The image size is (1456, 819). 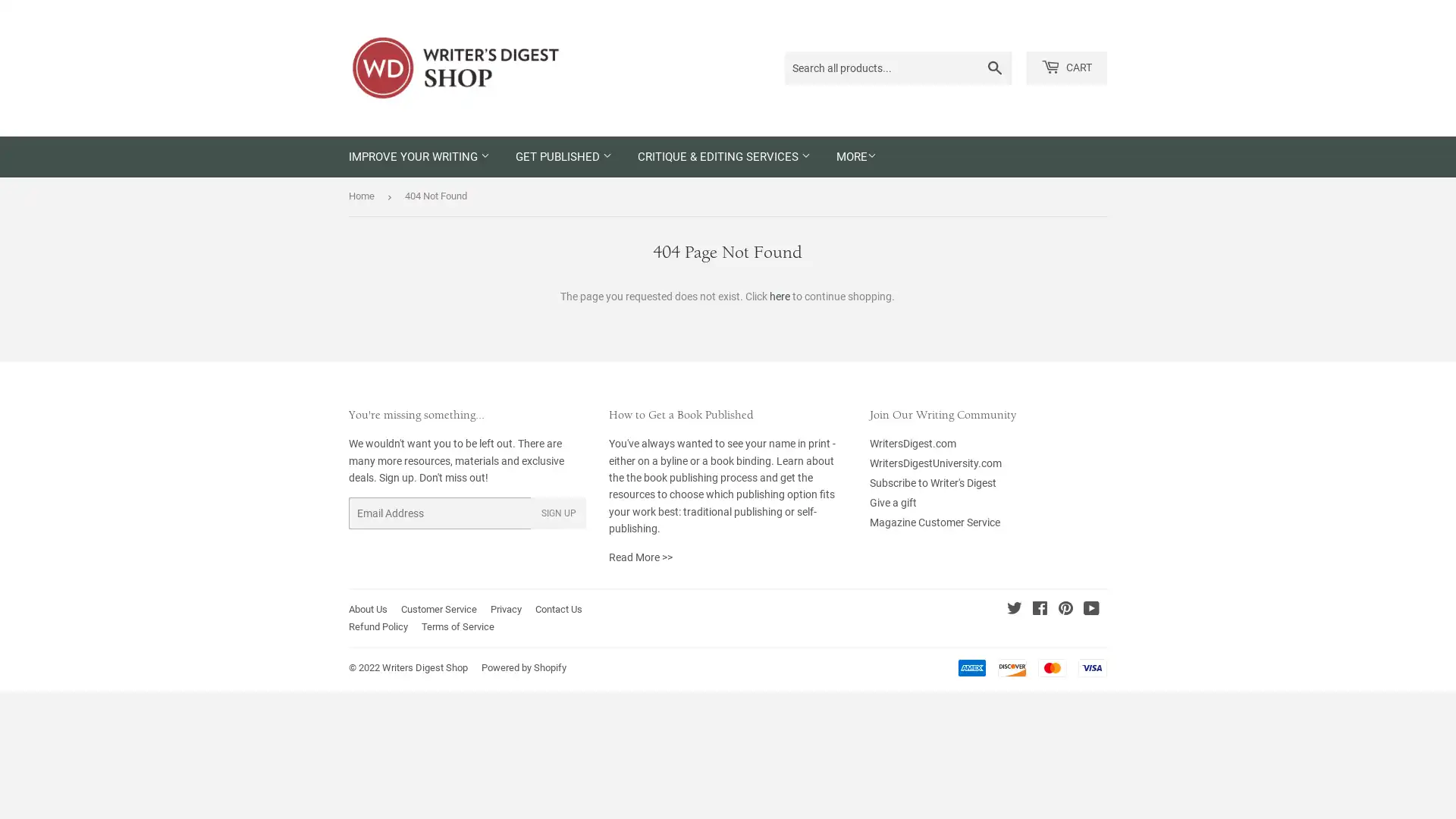 I want to click on Search, so click(x=995, y=67).